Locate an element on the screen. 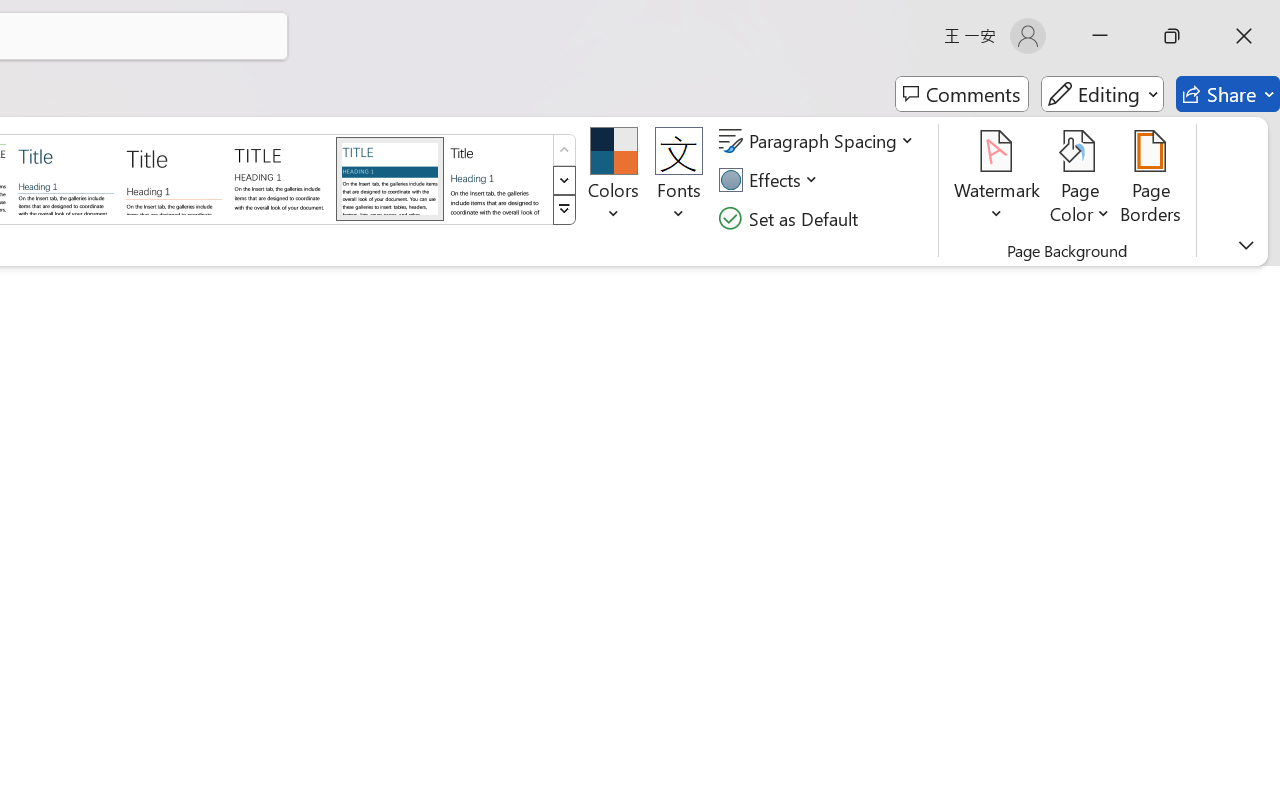 This screenshot has width=1280, height=800. 'Lines (Stylish)' is located at coordinates (174, 177).